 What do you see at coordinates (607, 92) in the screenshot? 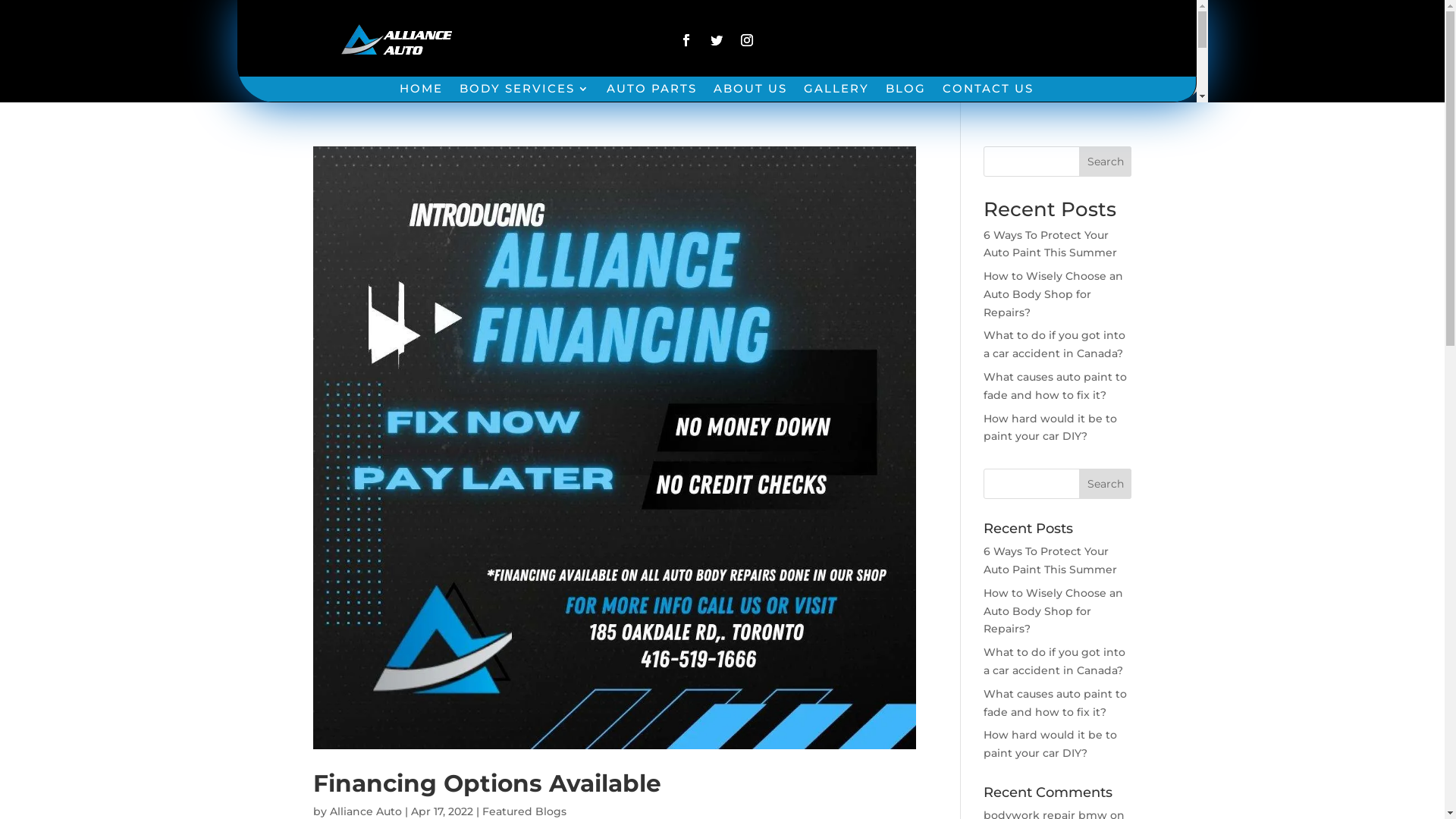
I see `'AUTO PARTS'` at bounding box center [607, 92].